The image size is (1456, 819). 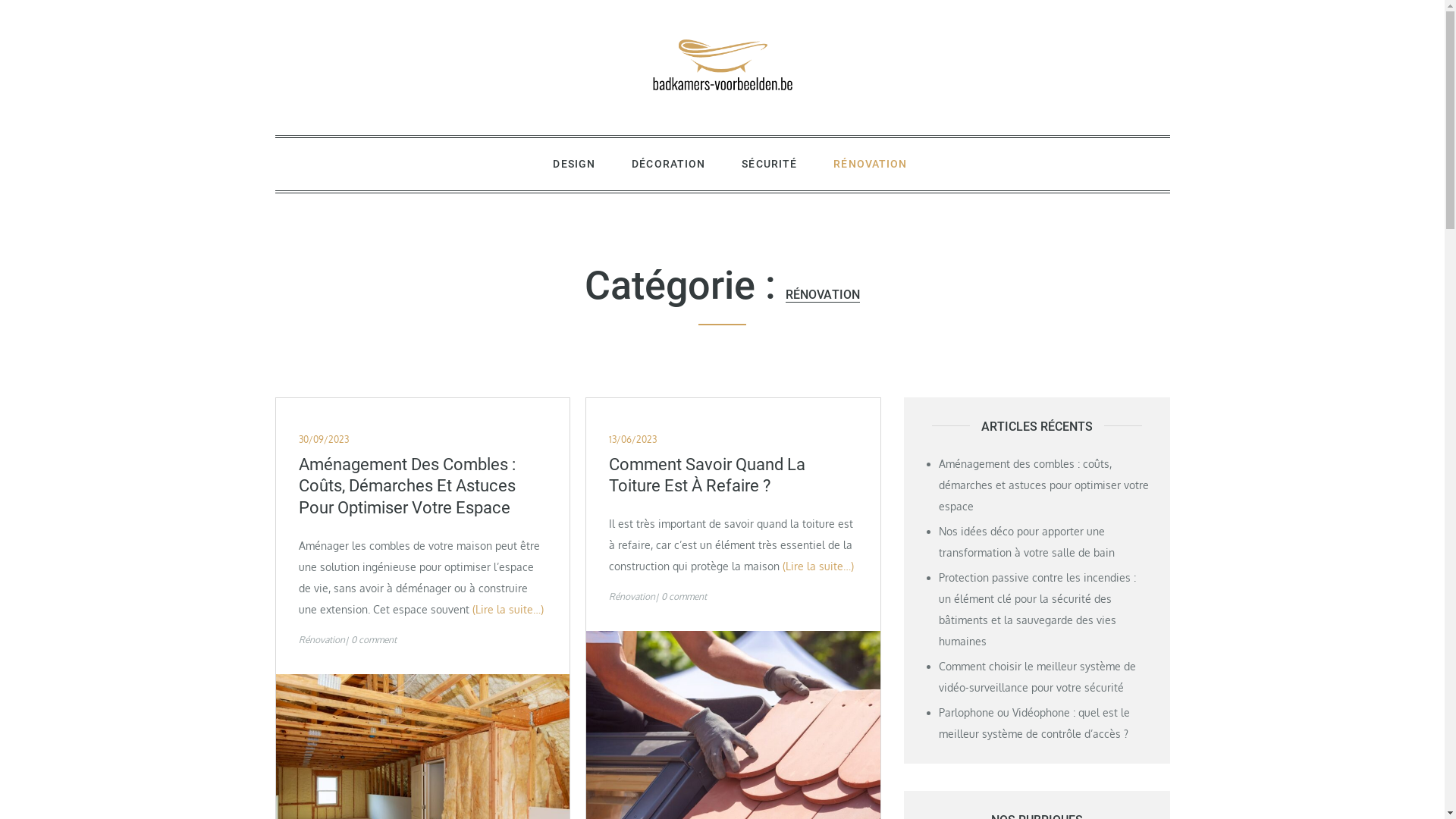 I want to click on '0 comment', so click(x=683, y=595).